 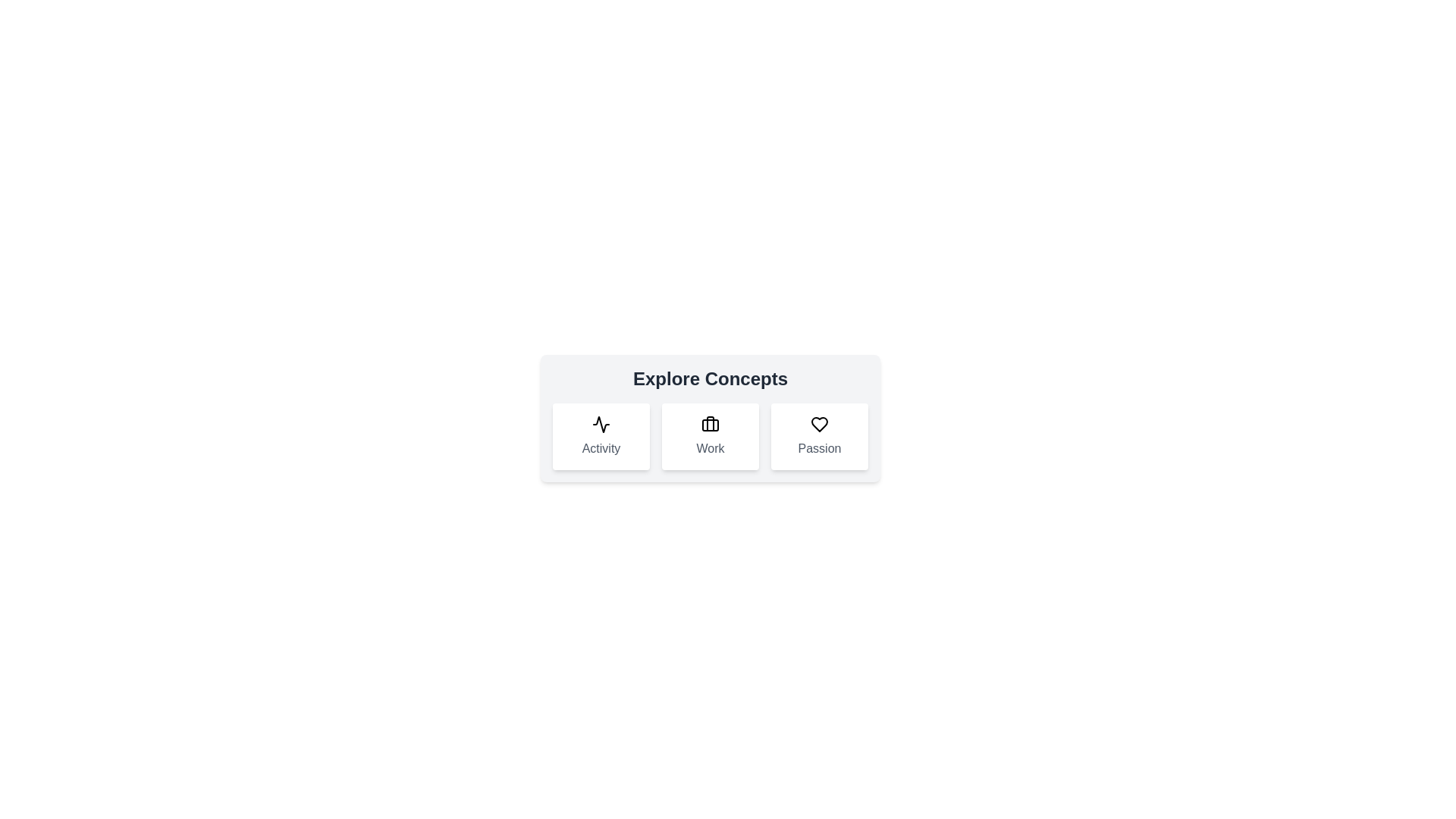 I want to click on the second section of the Grid layout containing clickable sections, so click(x=709, y=436).